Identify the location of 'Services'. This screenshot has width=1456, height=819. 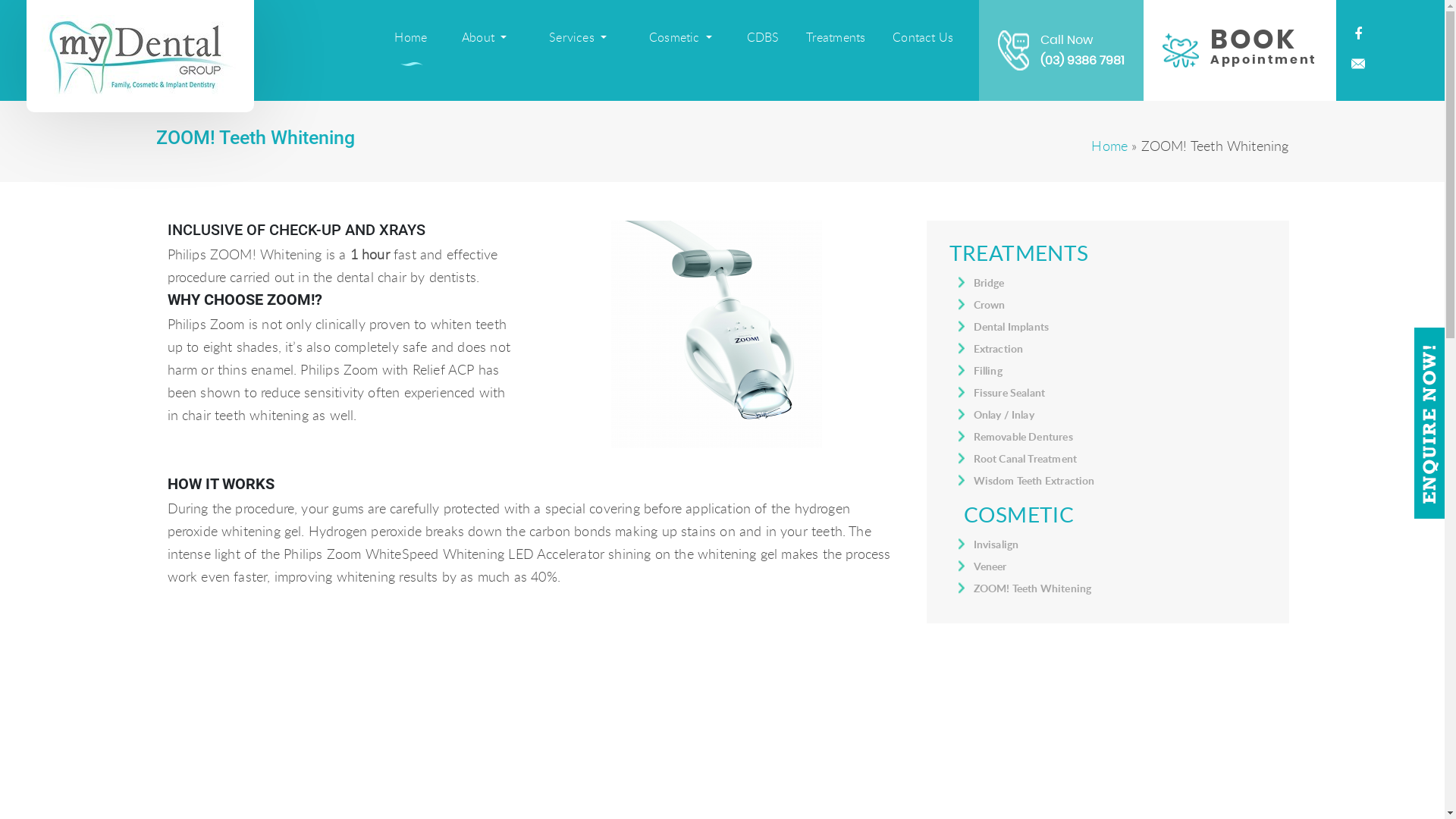
(577, 36).